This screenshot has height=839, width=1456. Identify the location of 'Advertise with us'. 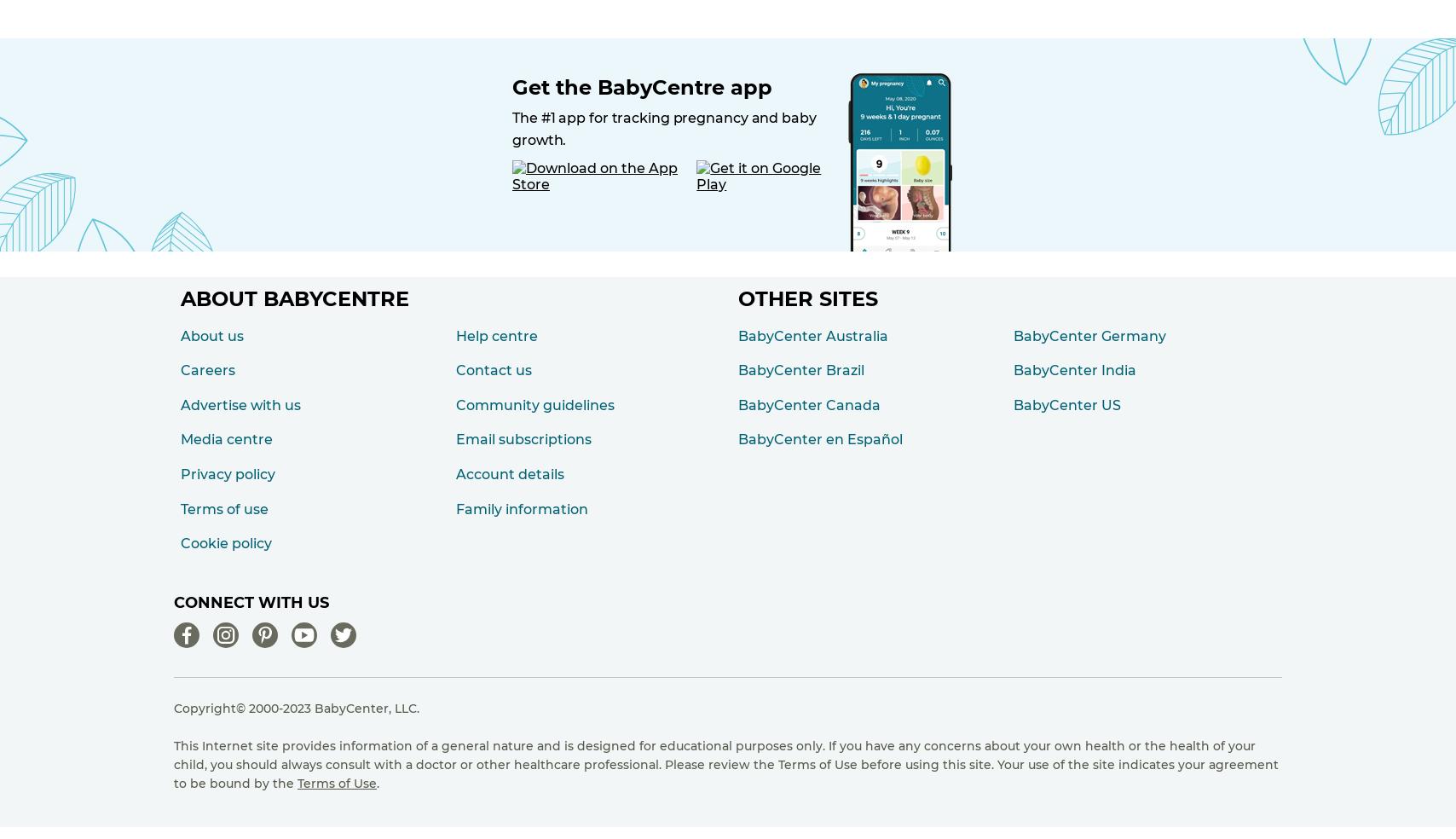
(240, 404).